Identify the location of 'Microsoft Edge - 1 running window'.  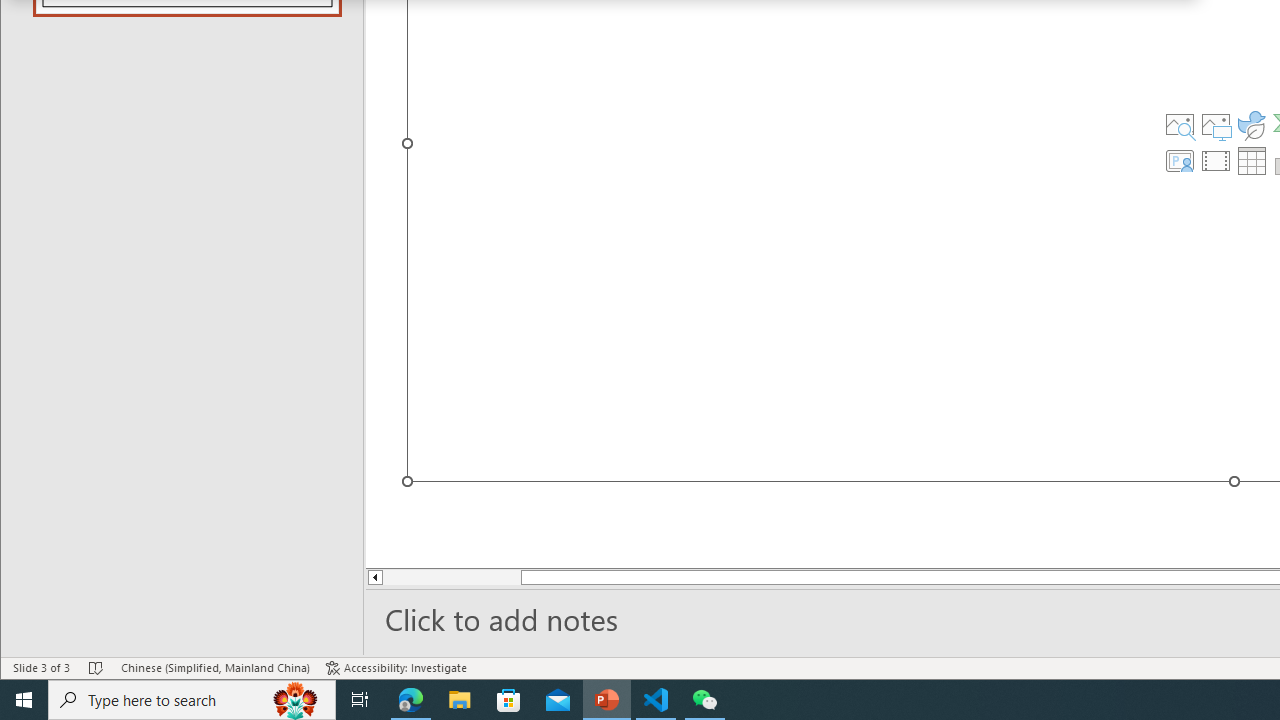
(410, 698).